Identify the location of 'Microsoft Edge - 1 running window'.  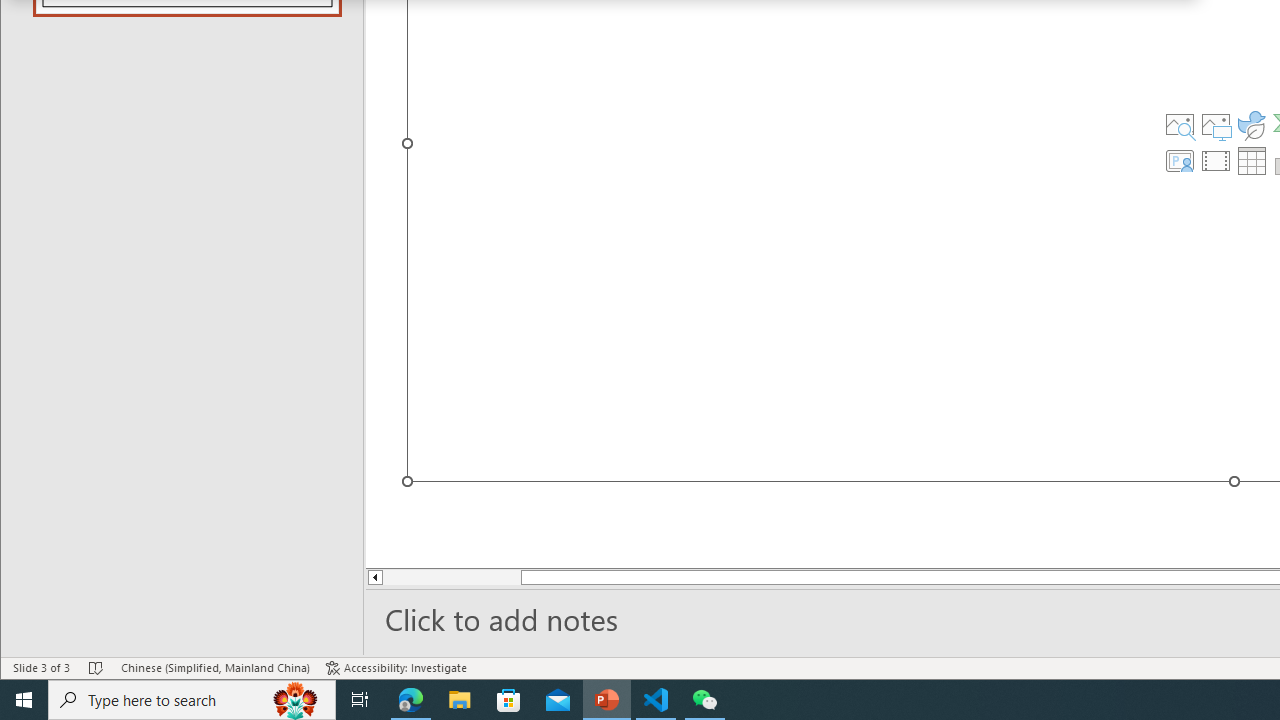
(410, 698).